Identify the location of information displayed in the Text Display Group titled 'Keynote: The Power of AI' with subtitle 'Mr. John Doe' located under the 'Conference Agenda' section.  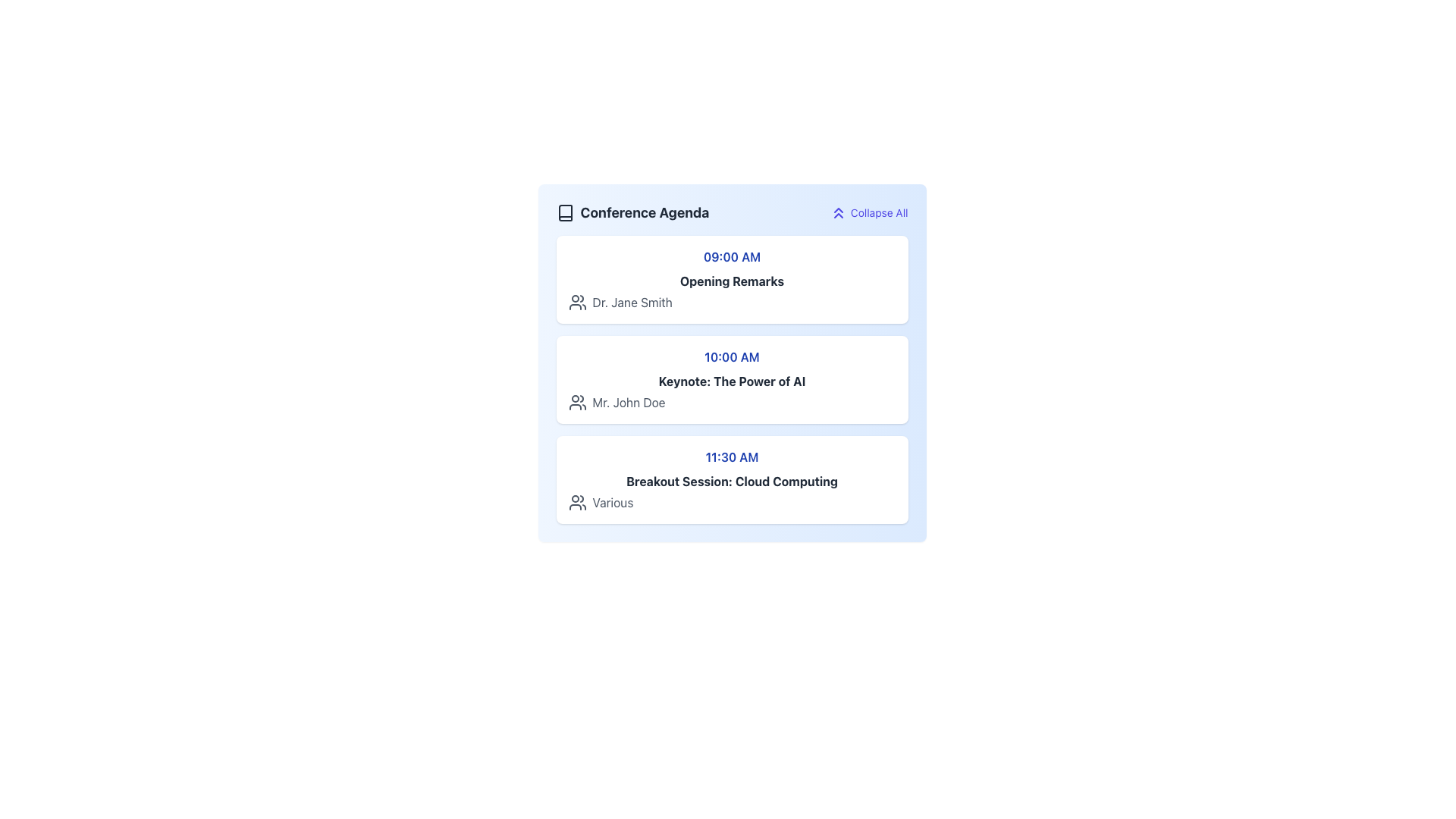
(732, 391).